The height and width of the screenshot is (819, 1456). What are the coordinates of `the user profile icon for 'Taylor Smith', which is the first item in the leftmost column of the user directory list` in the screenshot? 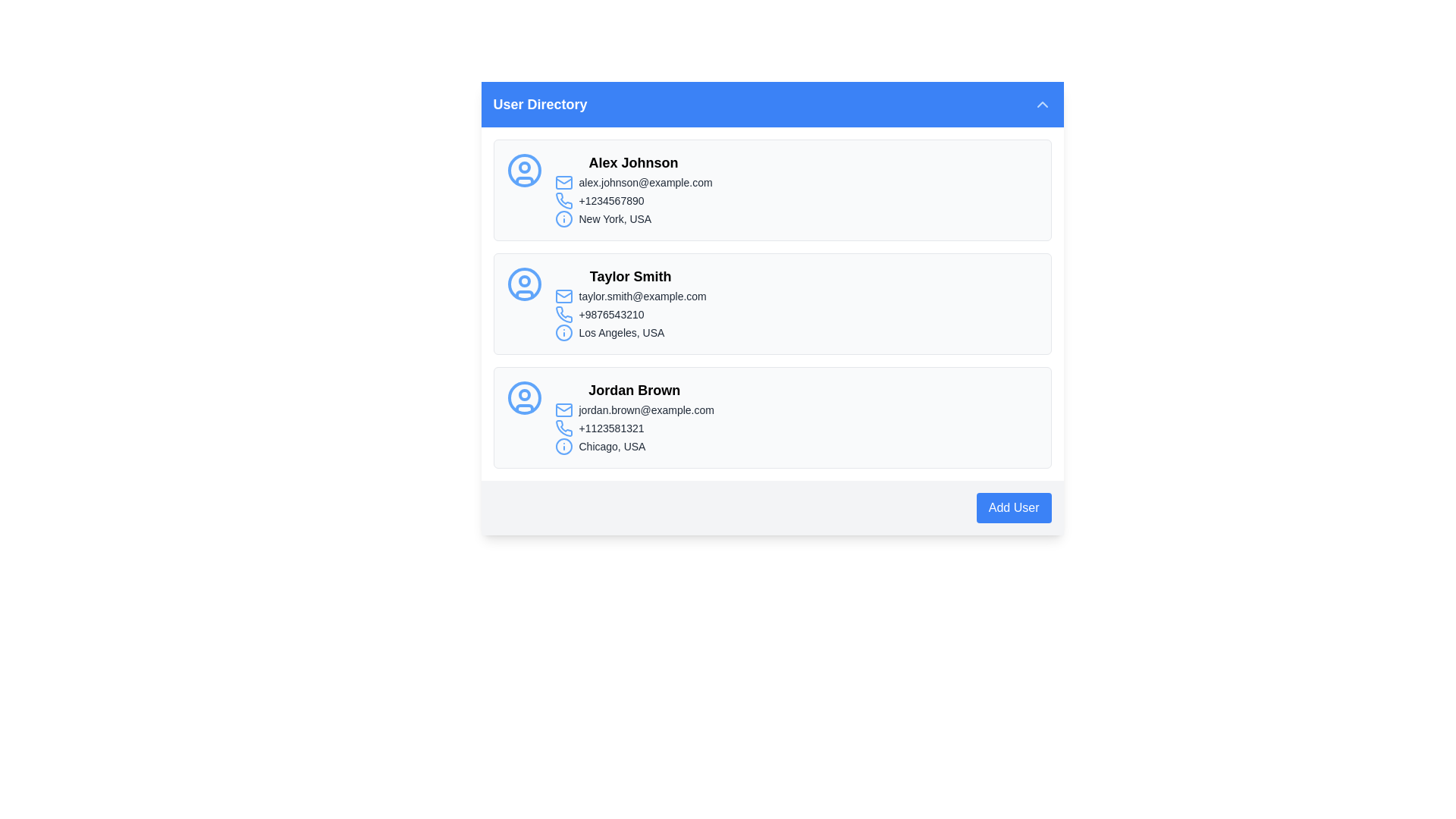 It's located at (524, 284).